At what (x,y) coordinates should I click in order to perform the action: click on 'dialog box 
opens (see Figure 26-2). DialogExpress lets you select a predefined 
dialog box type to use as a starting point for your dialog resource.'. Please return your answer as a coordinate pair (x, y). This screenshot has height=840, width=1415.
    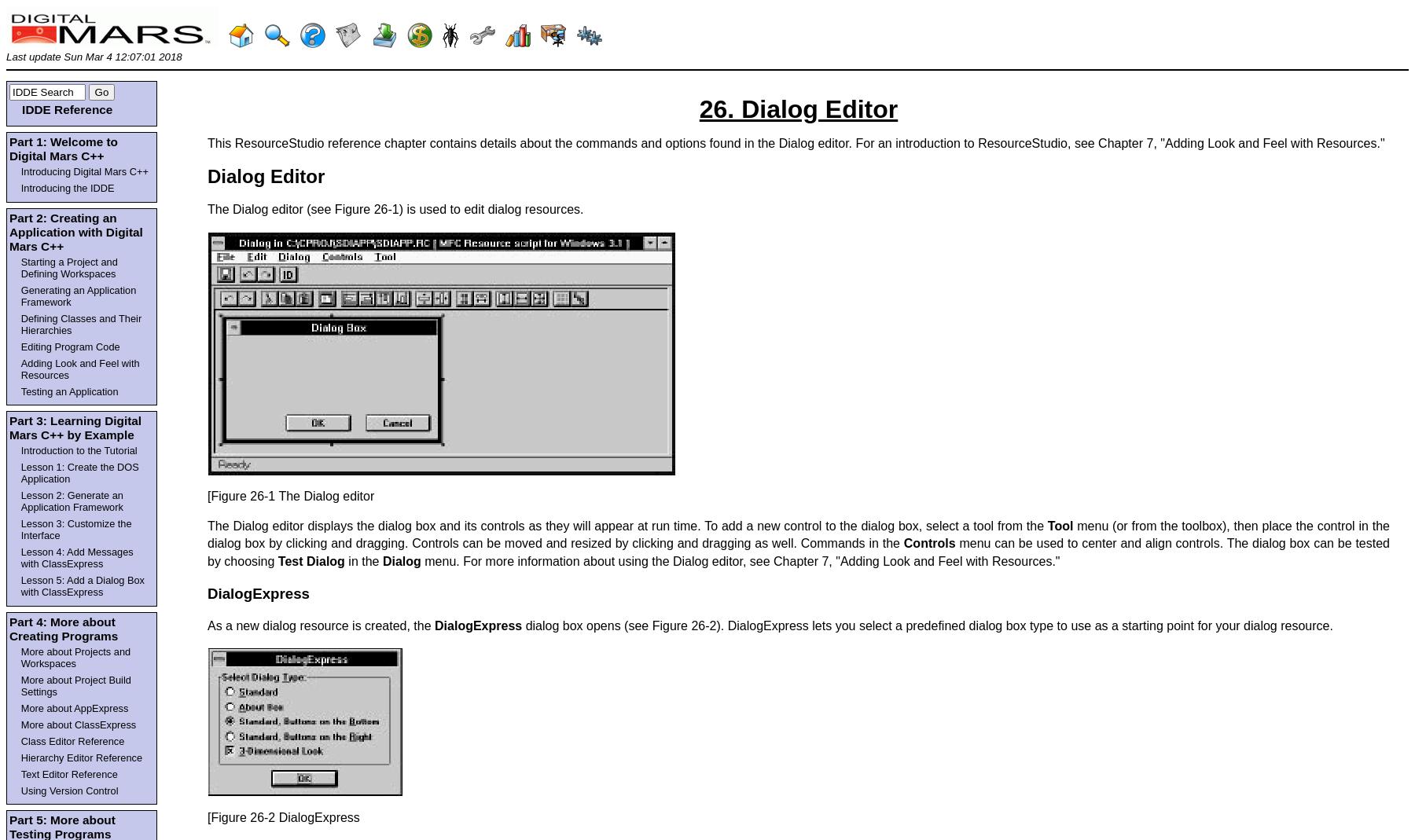
    Looking at the image, I should click on (926, 625).